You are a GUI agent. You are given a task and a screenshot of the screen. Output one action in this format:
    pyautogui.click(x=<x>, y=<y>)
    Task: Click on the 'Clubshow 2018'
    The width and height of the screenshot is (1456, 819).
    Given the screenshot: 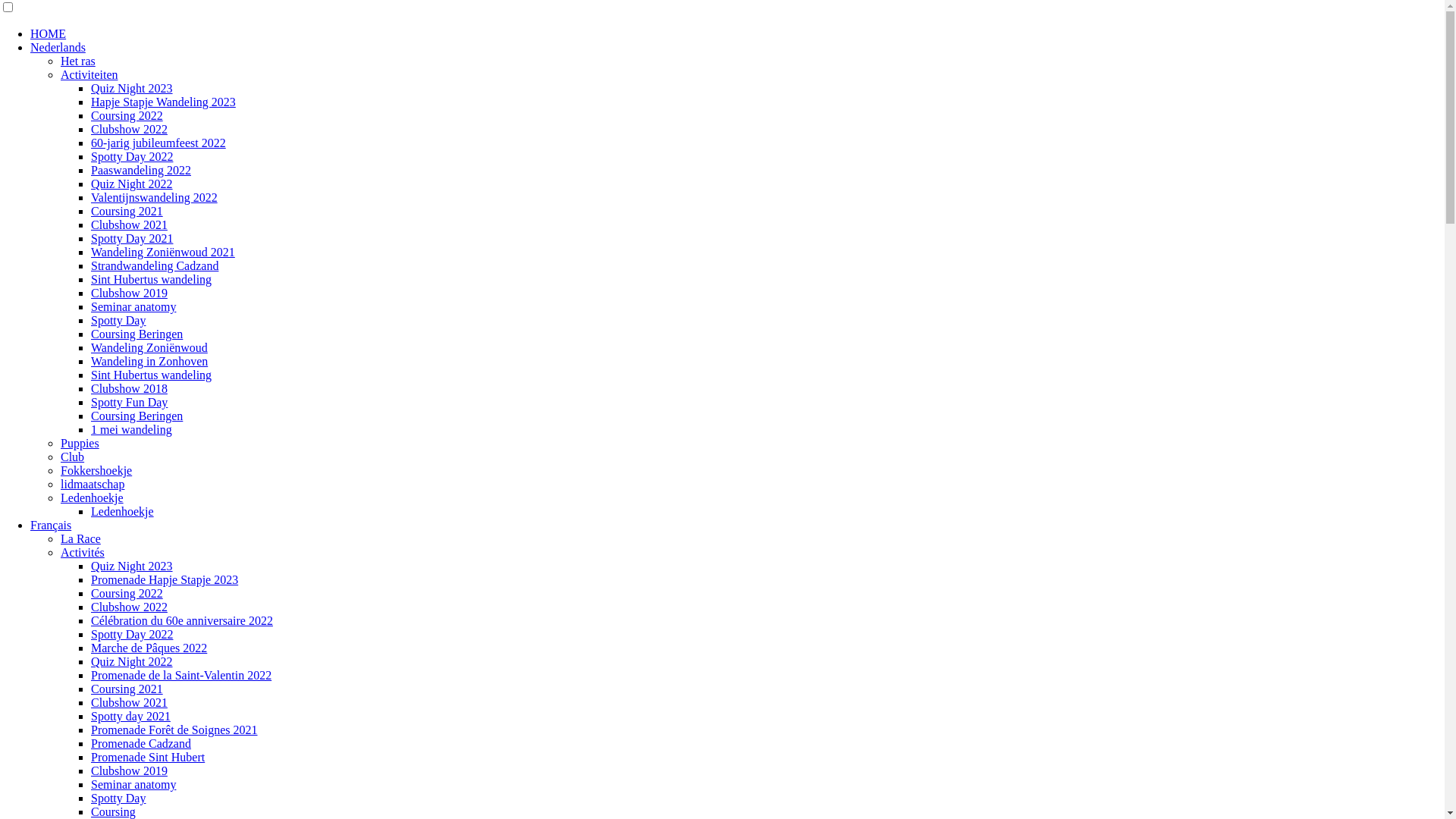 What is the action you would take?
    pyautogui.click(x=90, y=388)
    